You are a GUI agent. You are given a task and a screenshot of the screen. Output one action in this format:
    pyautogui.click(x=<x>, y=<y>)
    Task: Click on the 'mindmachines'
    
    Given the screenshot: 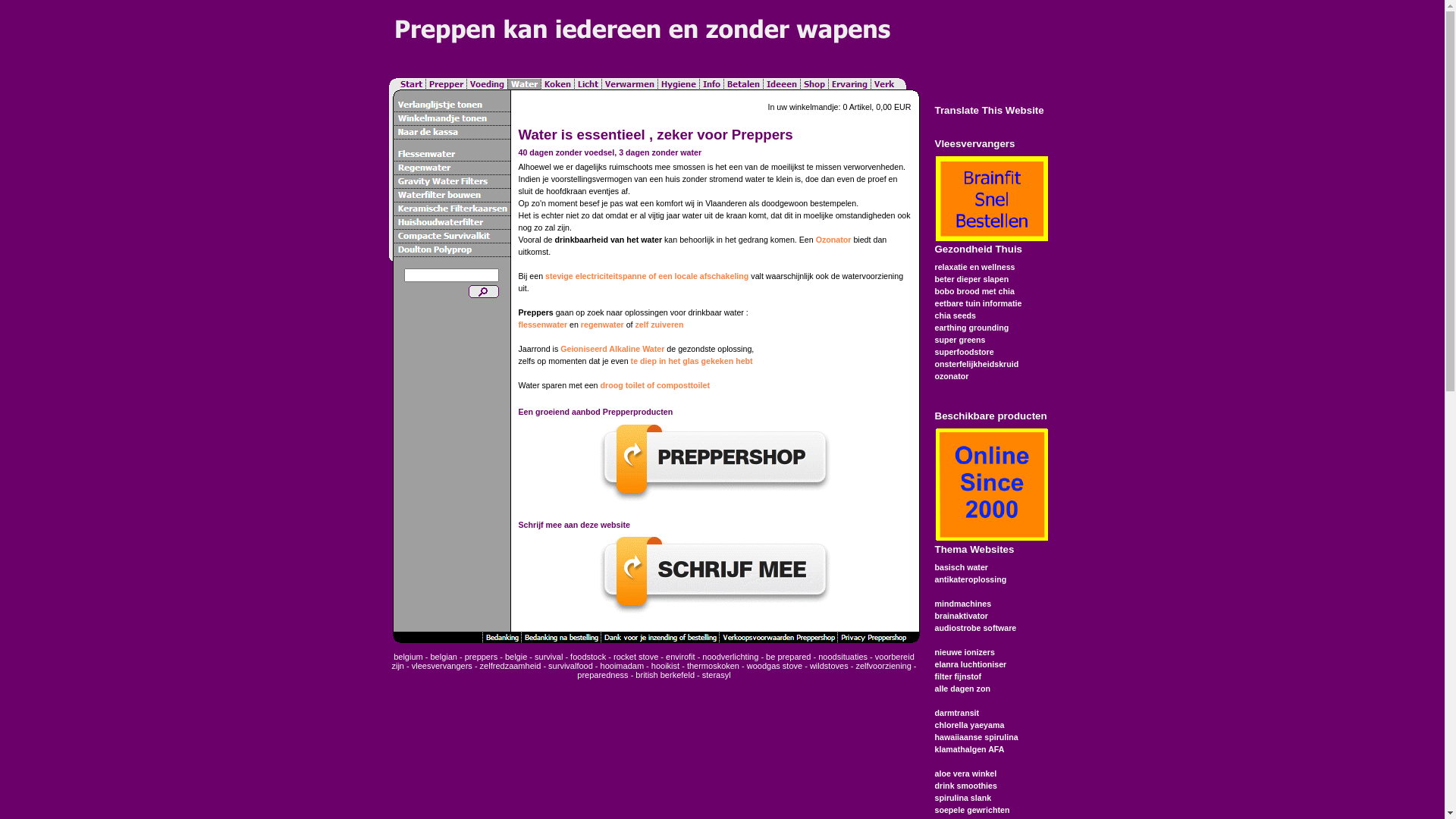 What is the action you would take?
    pyautogui.click(x=962, y=602)
    